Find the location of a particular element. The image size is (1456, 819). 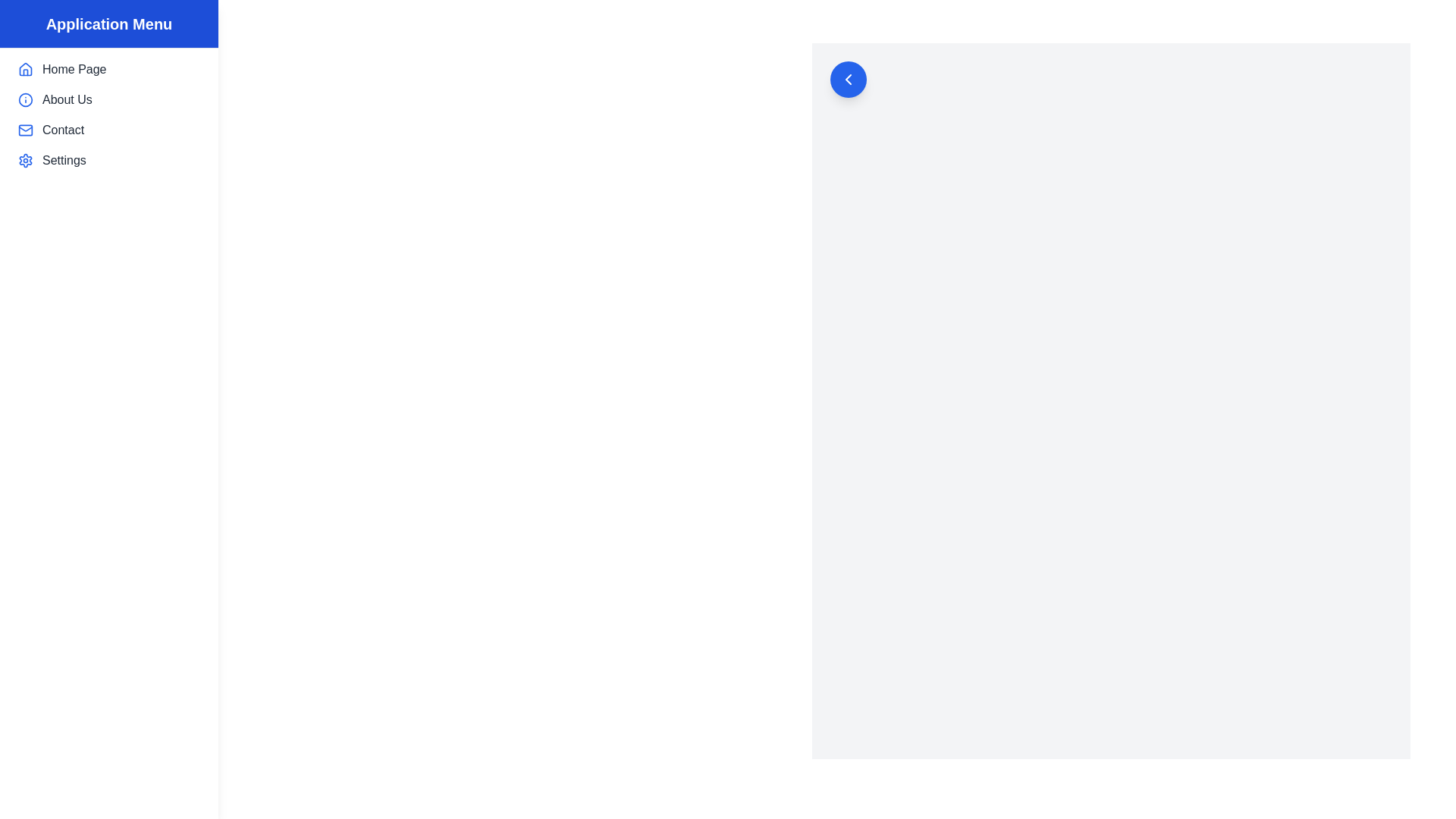

the decorative mail icon component representing the opening flap of an envelope, located to the right of the 'Contact' label in the left panel of the application menu is located at coordinates (25, 128).